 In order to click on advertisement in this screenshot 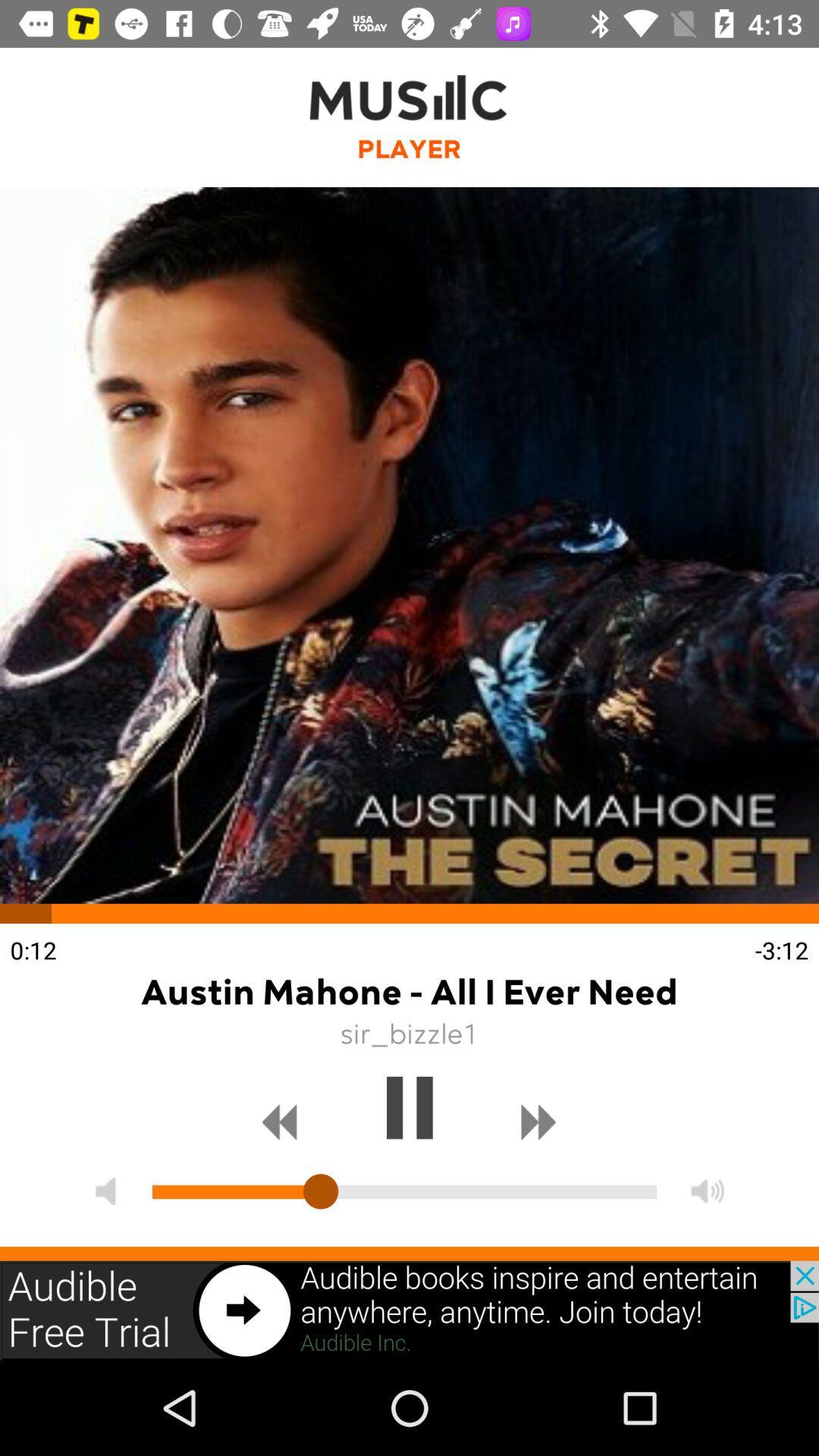, I will do `click(409, 1310)`.